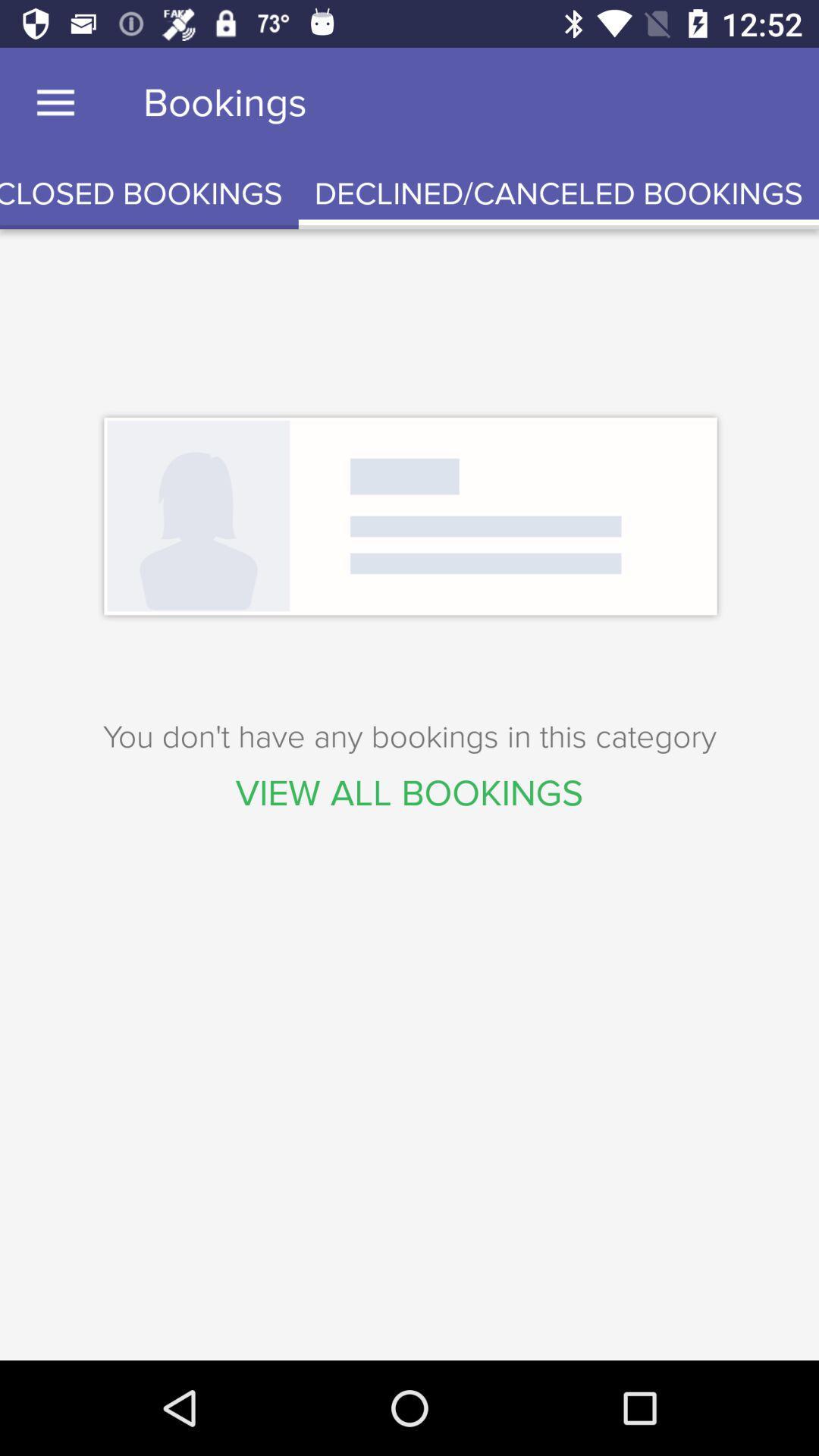  What do you see at coordinates (55, 102) in the screenshot?
I see `the item next to the bookings` at bounding box center [55, 102].